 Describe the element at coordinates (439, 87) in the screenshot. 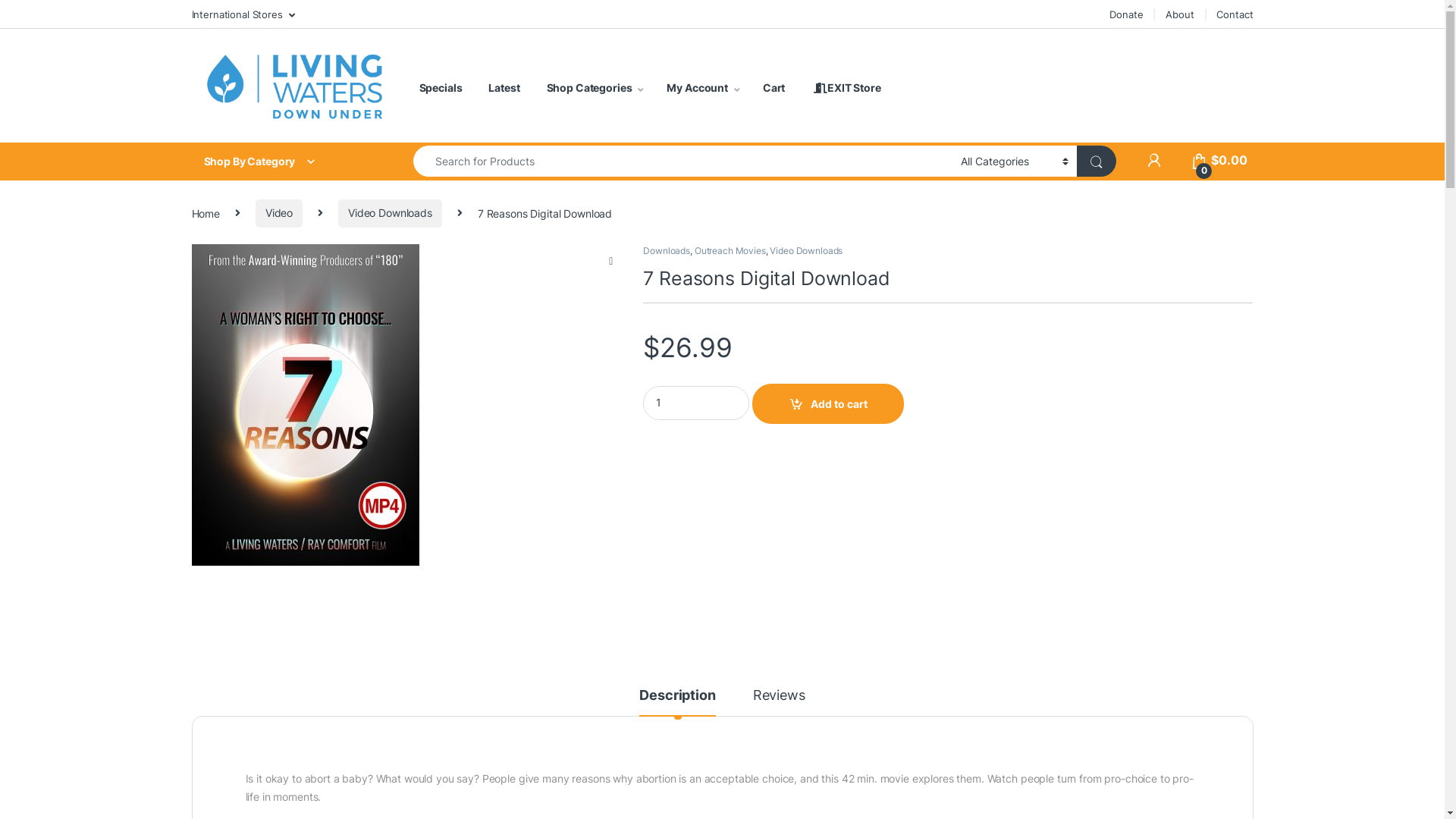

I see `'Specials'` at that location.